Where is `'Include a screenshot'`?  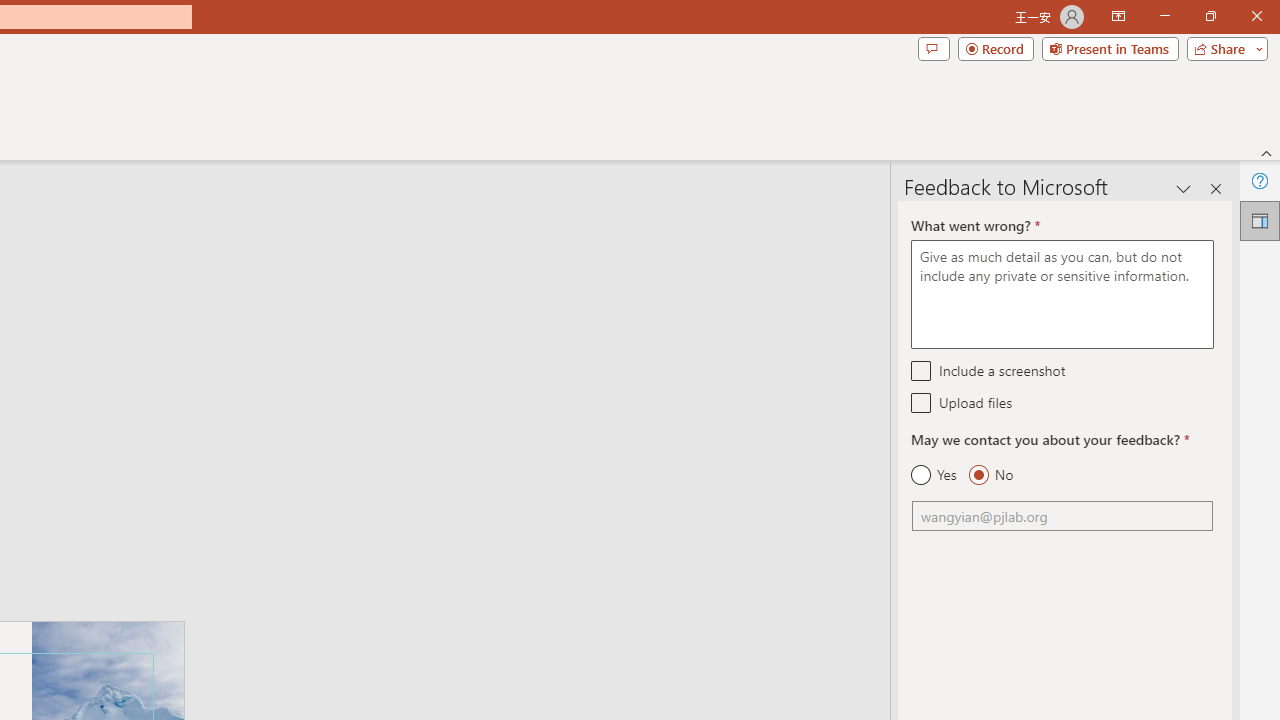
'Include a screenshot' is located at coordinates (920, 370).